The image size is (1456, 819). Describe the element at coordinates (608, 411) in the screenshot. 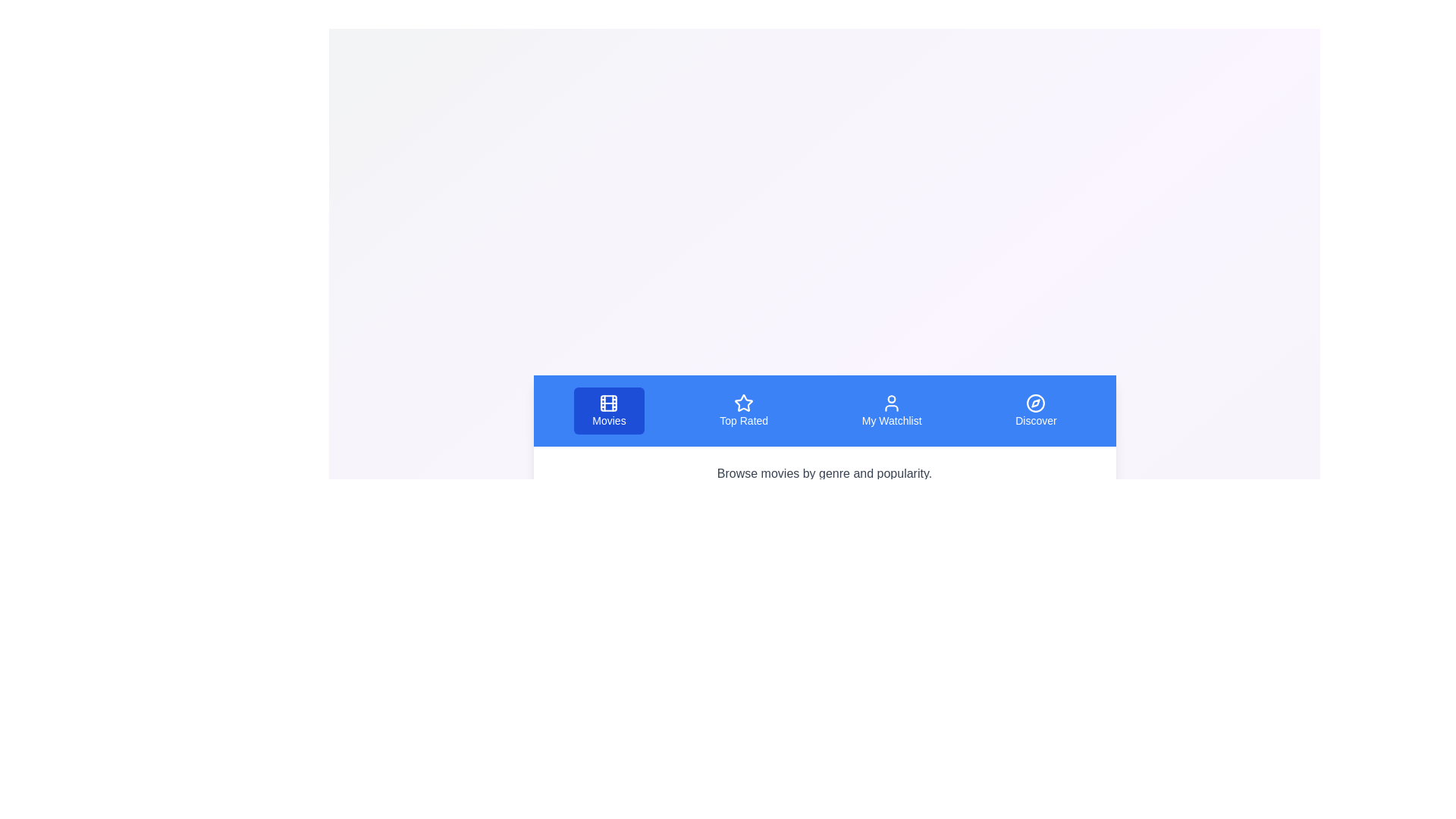

I see `the tab labeled 'Movies' to see its hover effect` at that location.